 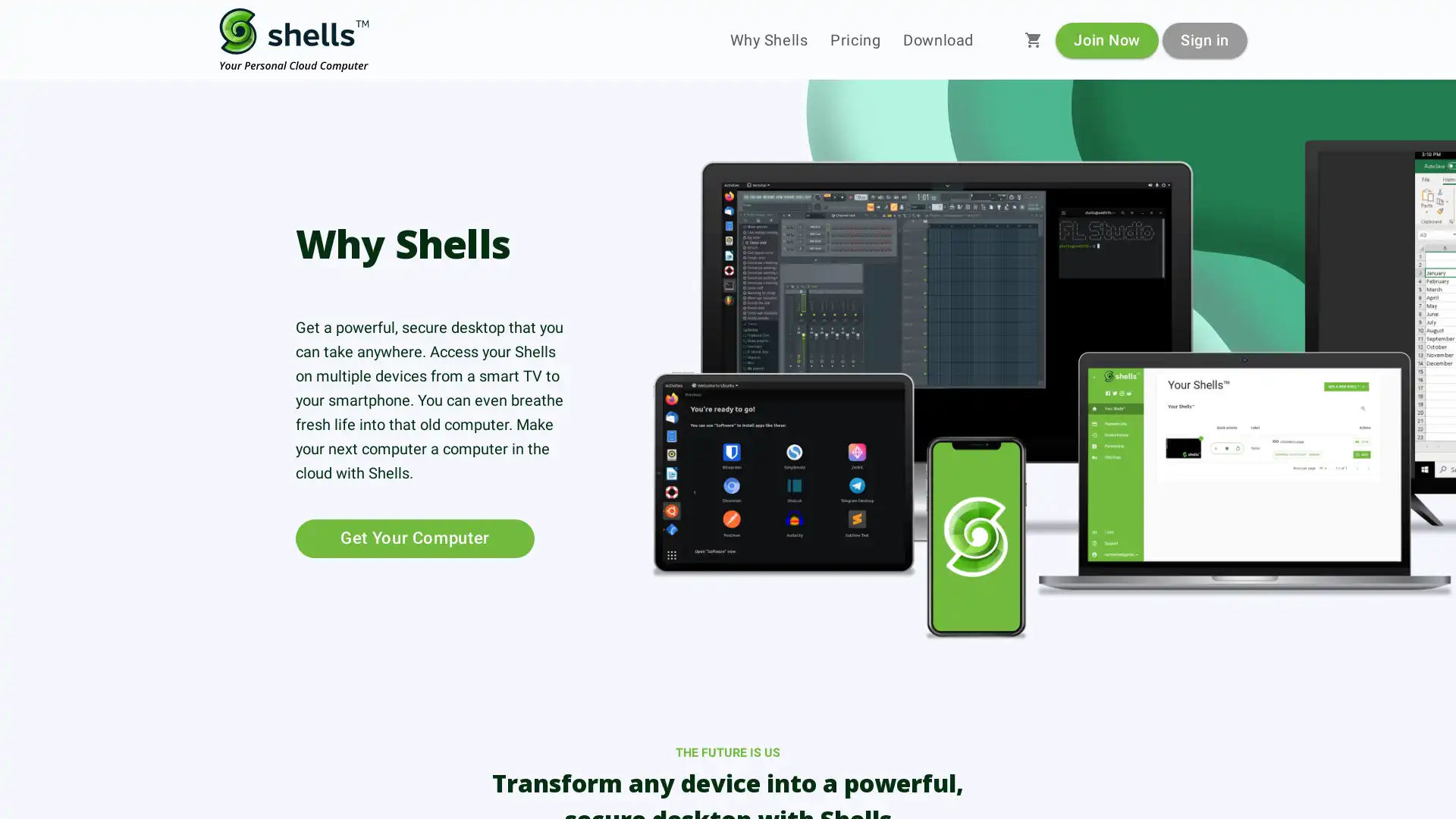 I want to click on Why Shells, so click(x=768, y=39).